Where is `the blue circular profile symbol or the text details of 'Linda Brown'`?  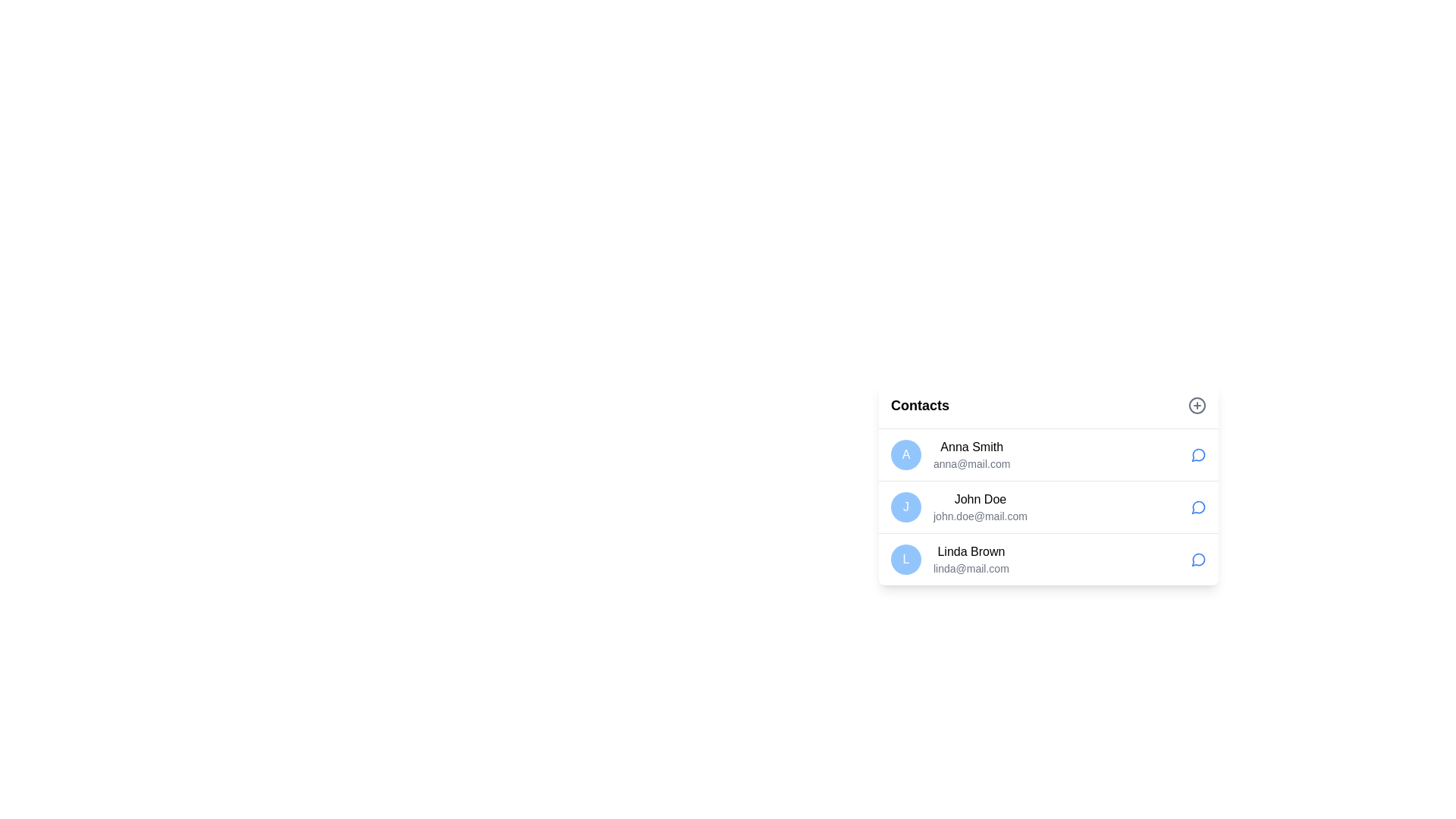 the blue circular profile symbol or the text details of 'Linda Brown' is located at coordinates (949, 559).